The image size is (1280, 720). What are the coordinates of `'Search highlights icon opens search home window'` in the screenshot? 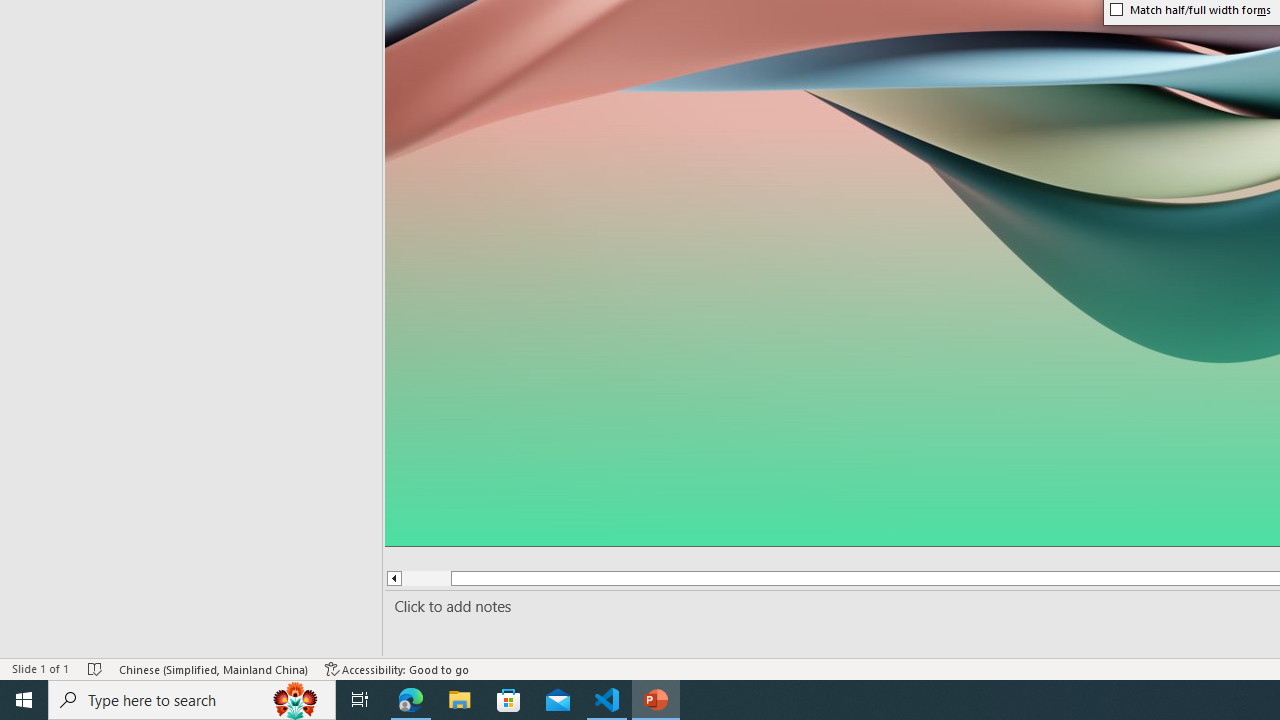 It's located at (294, 698).